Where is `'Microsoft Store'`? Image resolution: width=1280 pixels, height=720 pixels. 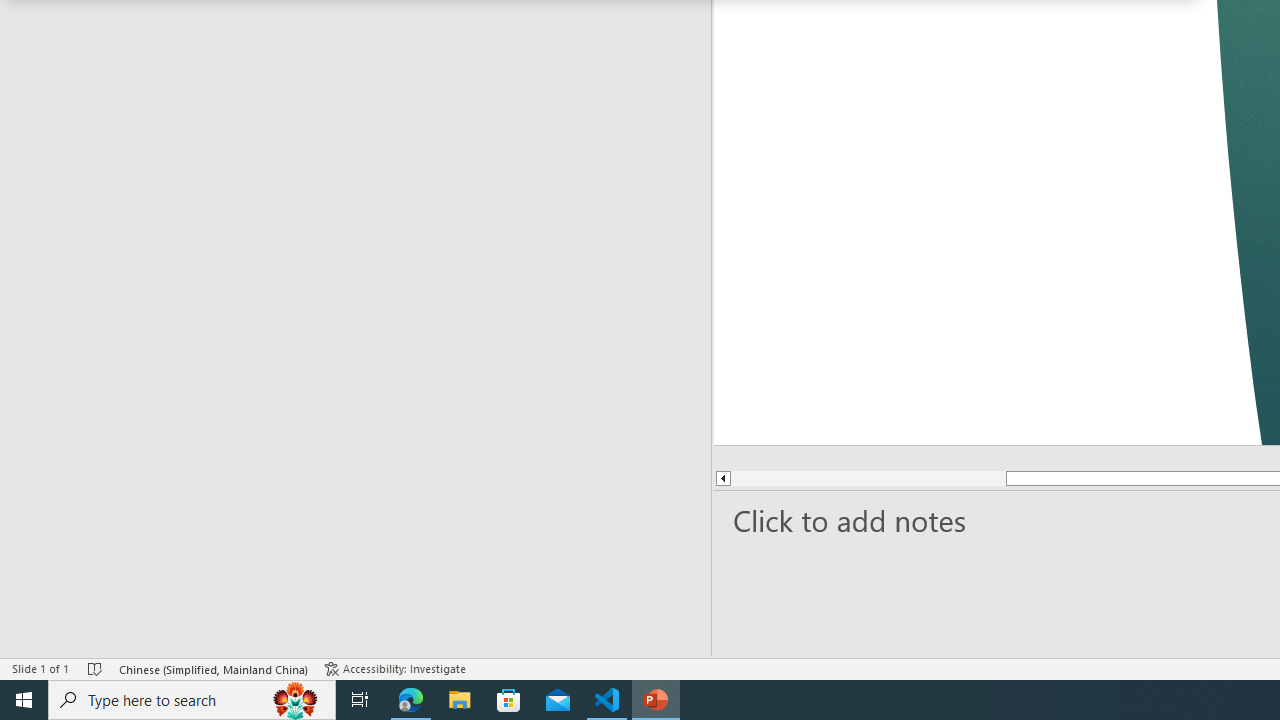
'Microsoft Store' is located at coordinates (509, 698).